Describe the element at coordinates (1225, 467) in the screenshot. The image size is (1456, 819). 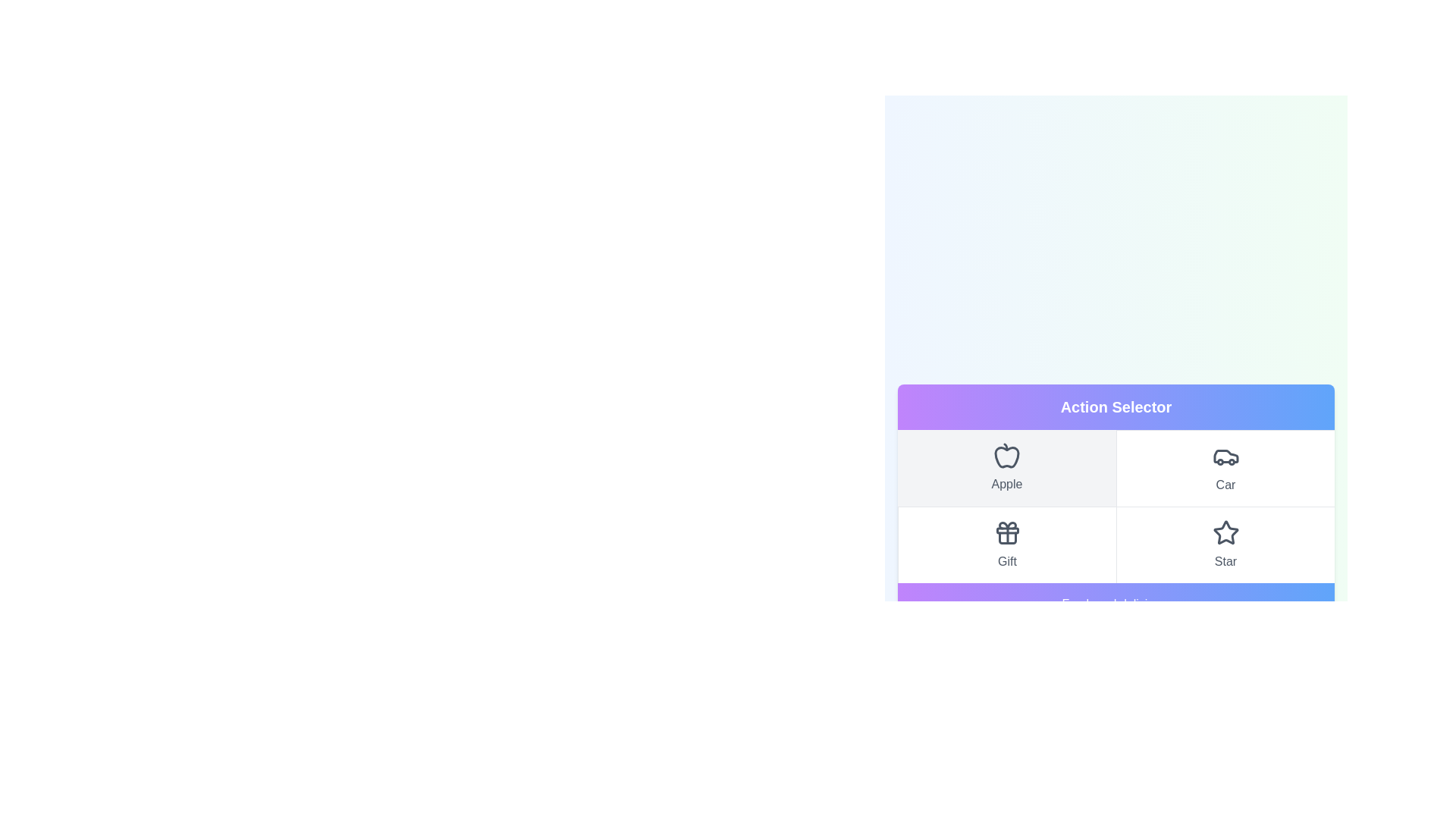
I see `the interactive card labeled 'Car' with a minimalistic car icon, located in the second column of the first row under the 'Action Selector' section` at that location.